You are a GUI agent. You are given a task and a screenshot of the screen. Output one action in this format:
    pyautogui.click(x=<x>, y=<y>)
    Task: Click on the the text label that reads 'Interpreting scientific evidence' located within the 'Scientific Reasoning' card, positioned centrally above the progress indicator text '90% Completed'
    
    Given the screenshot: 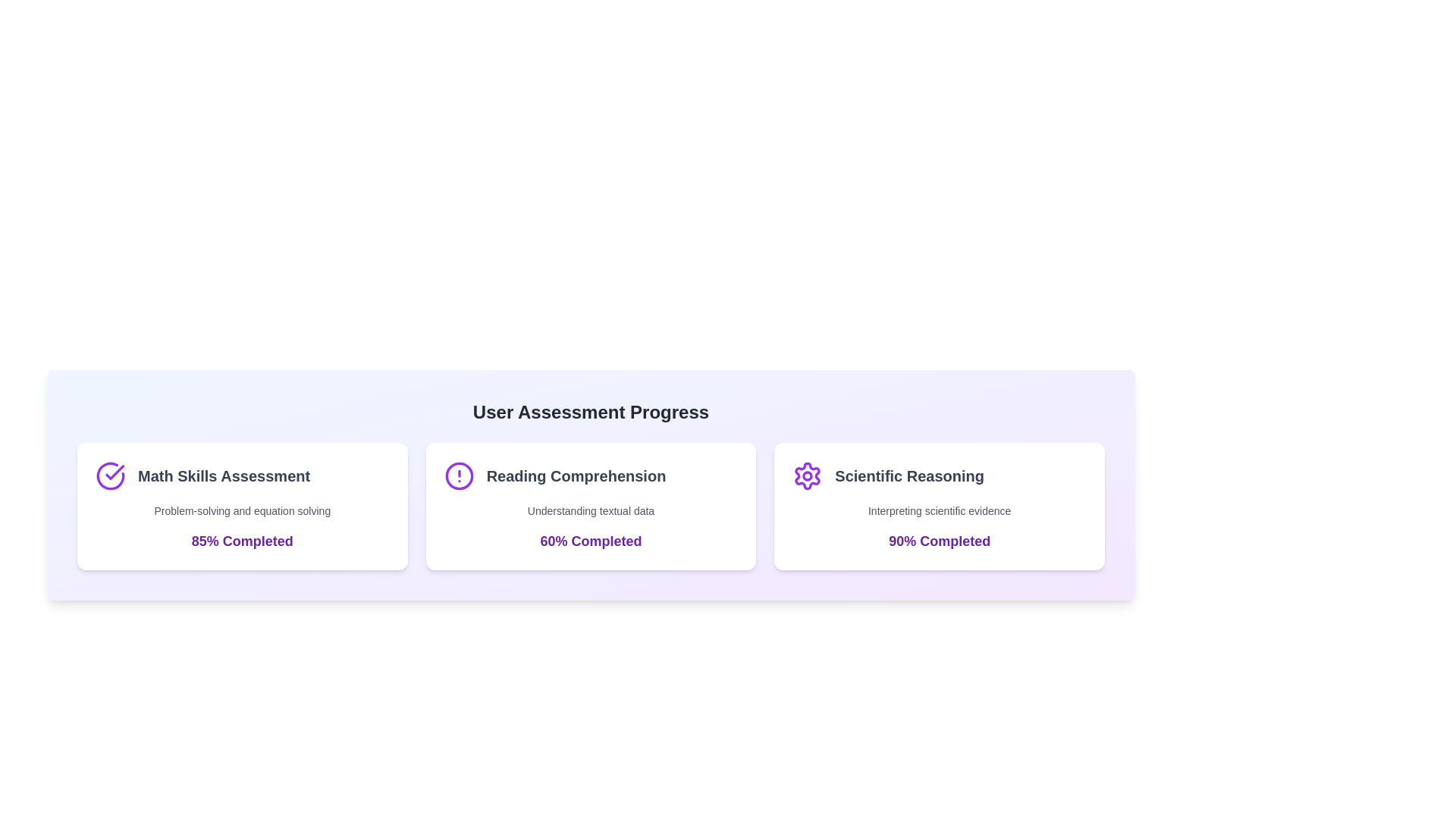 What is the action you would take?
    pyautogui.click(x=939, y=511)
    